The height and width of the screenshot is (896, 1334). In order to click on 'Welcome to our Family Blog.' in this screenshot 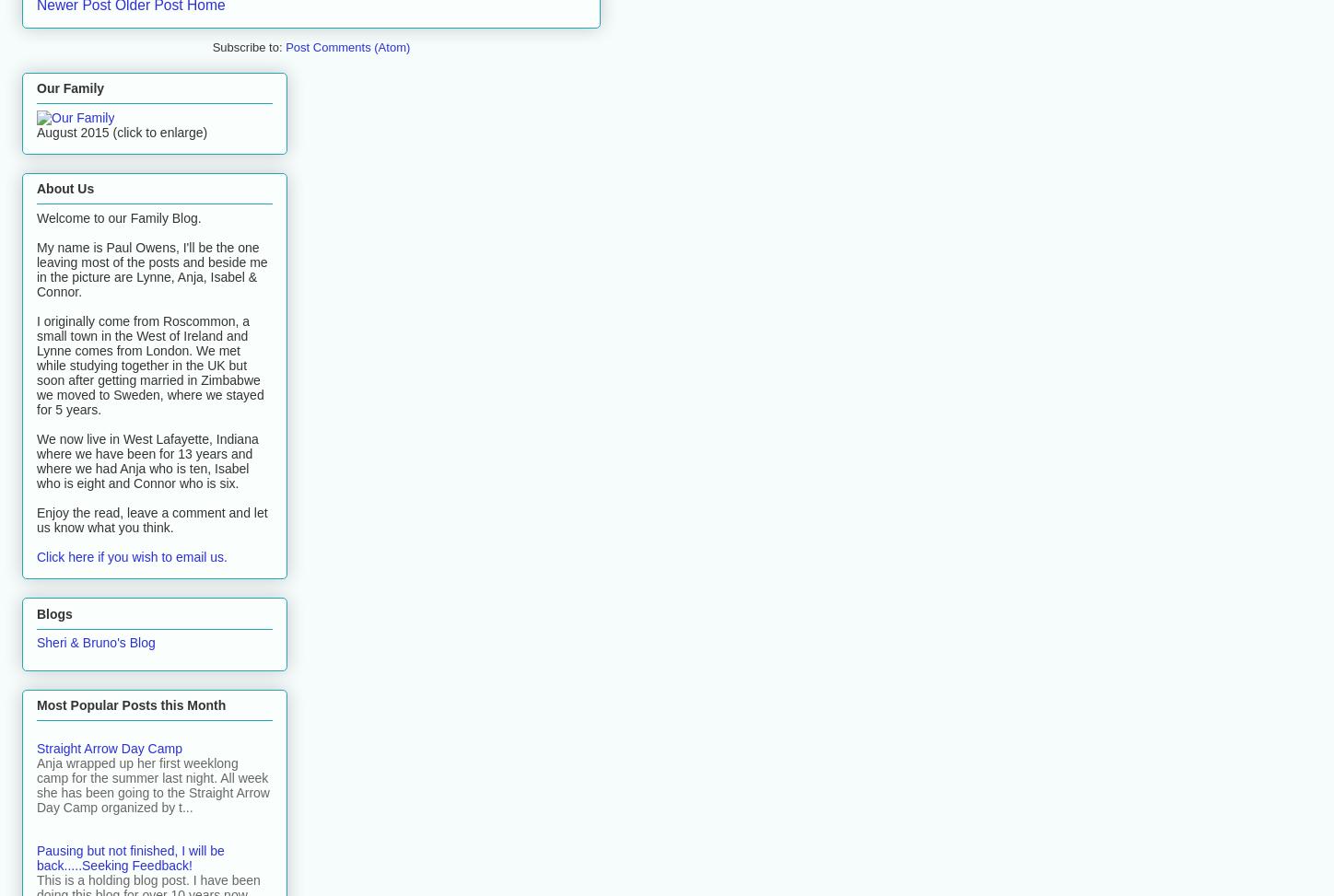, I will do `click(36, 217)`.